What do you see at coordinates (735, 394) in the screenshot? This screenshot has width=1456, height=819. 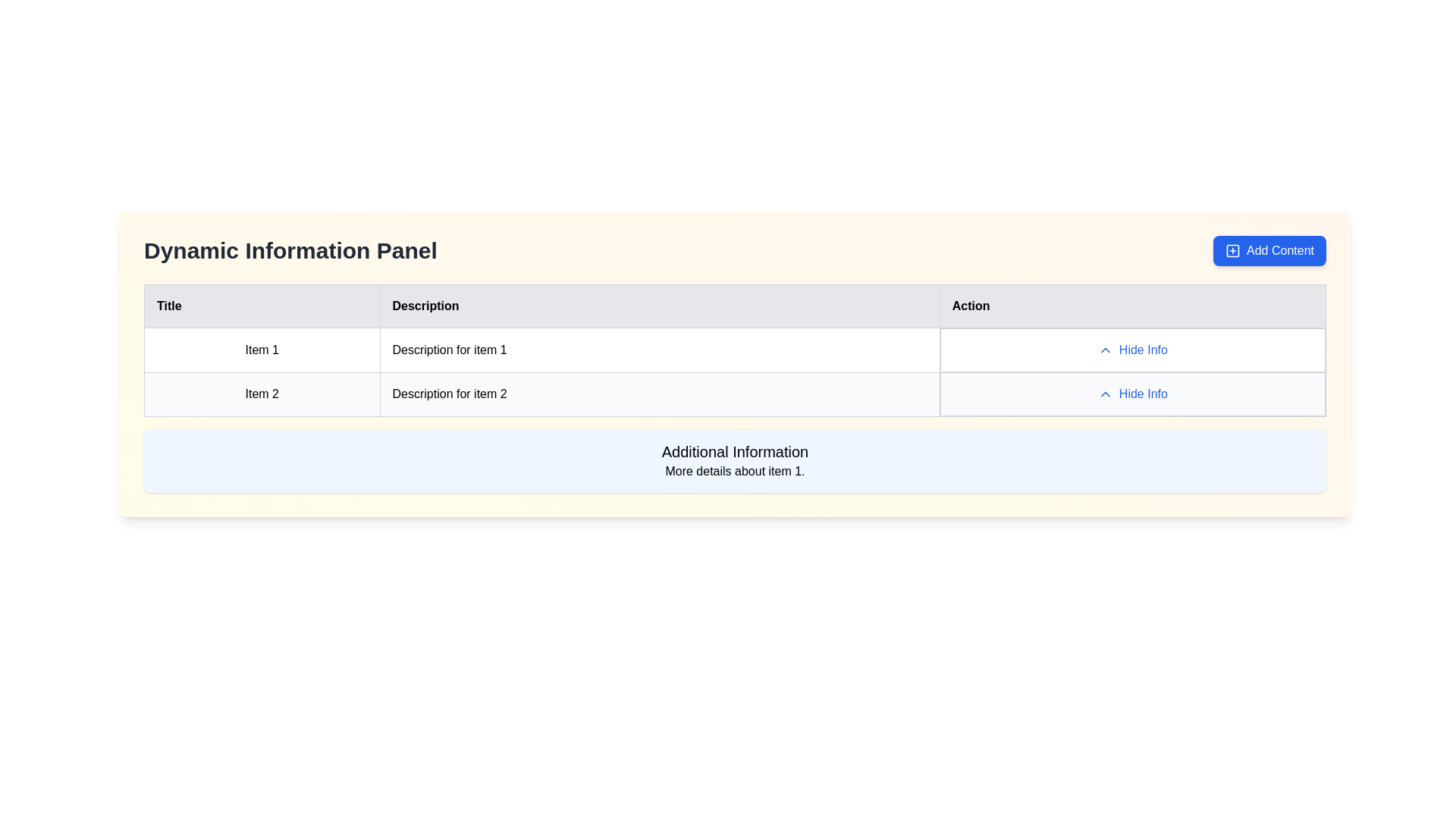 I see `the 'Hide Info' link in the second row of the data table` at bounding box center [735, 394].